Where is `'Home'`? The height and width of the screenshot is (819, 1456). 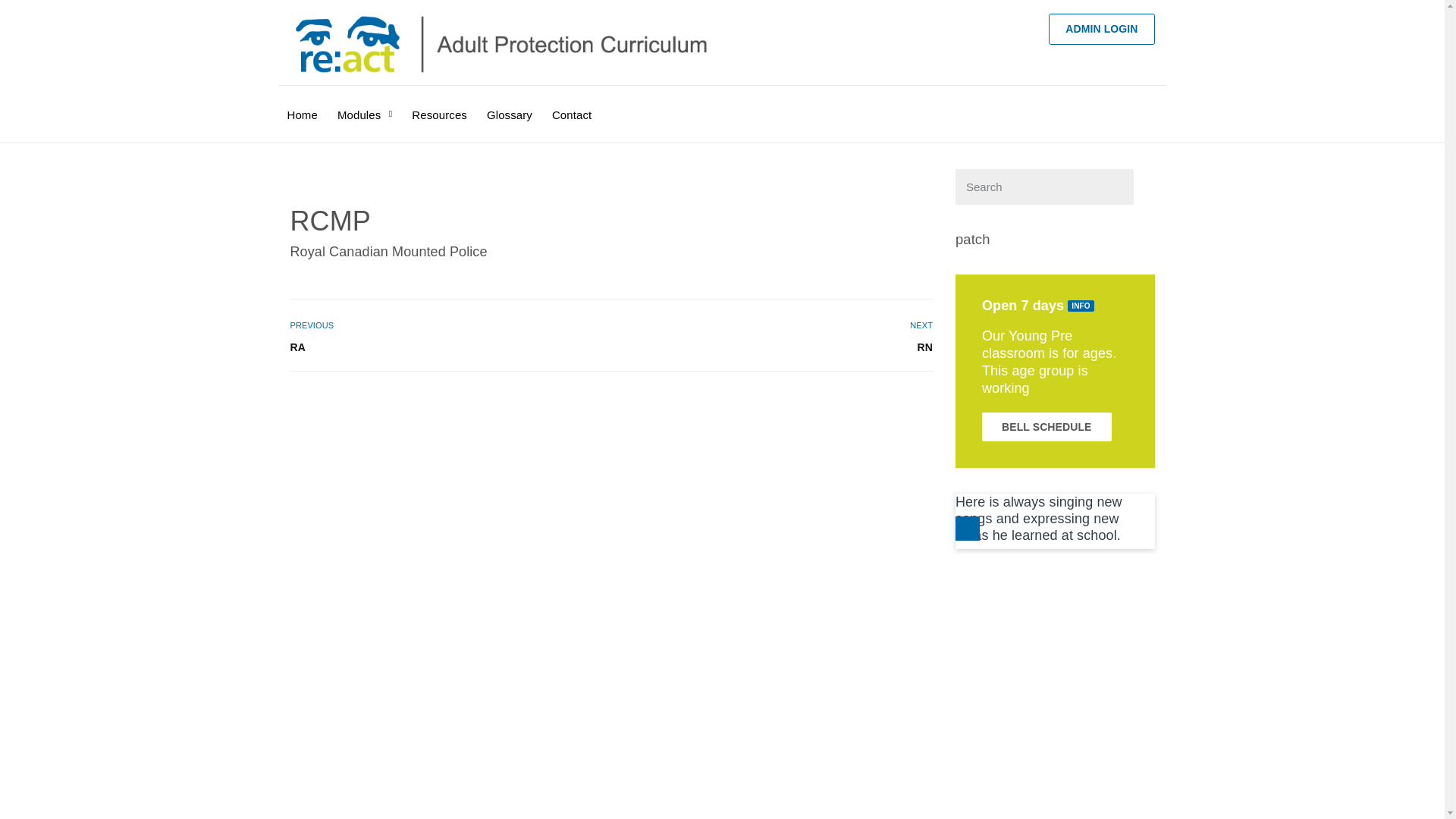 'Home' is located at coordinates (287, 103).